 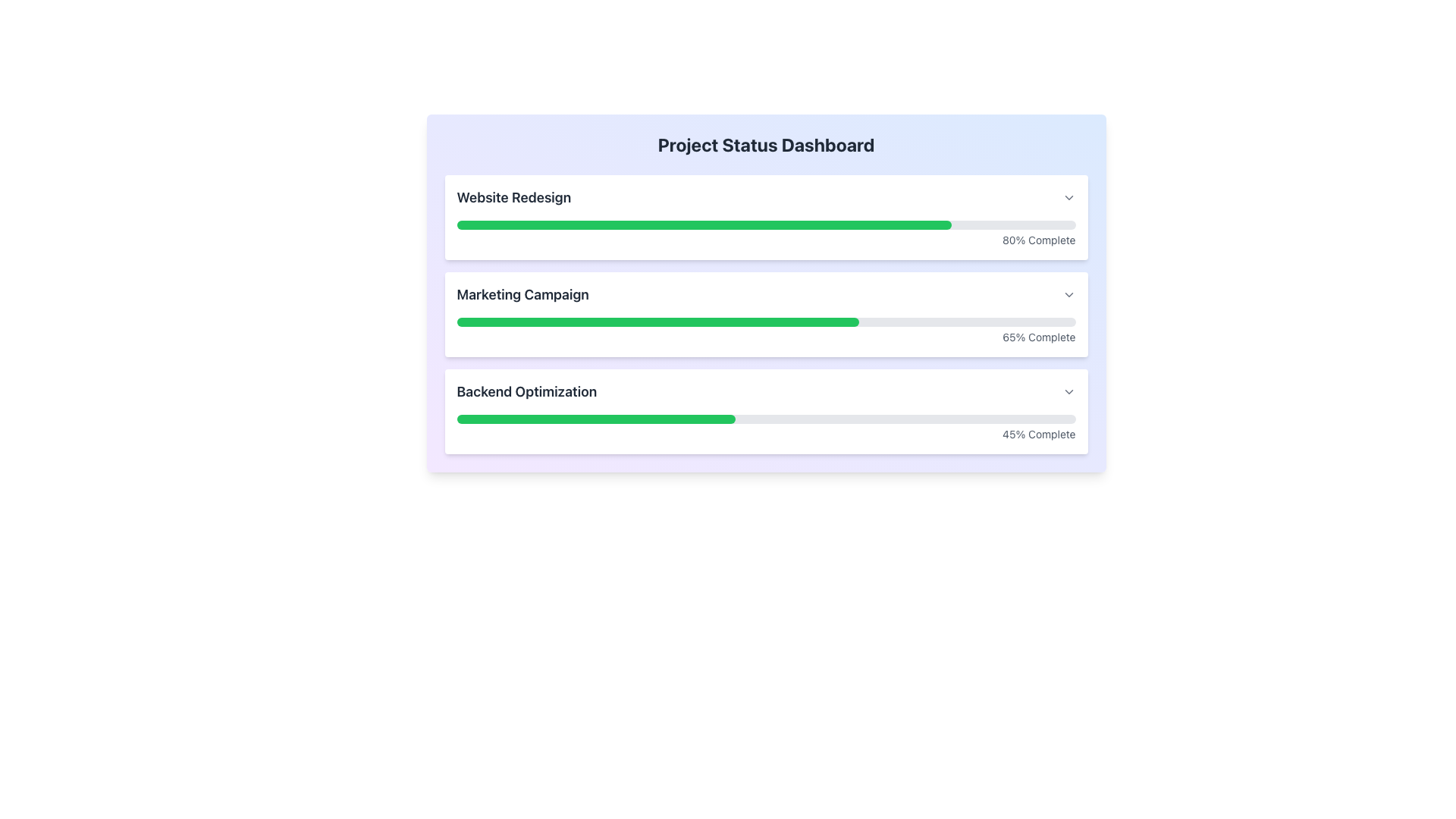 I want to click on the icon button located to the right of the 'Website Redesign' text, so click(x=1068, y=197).